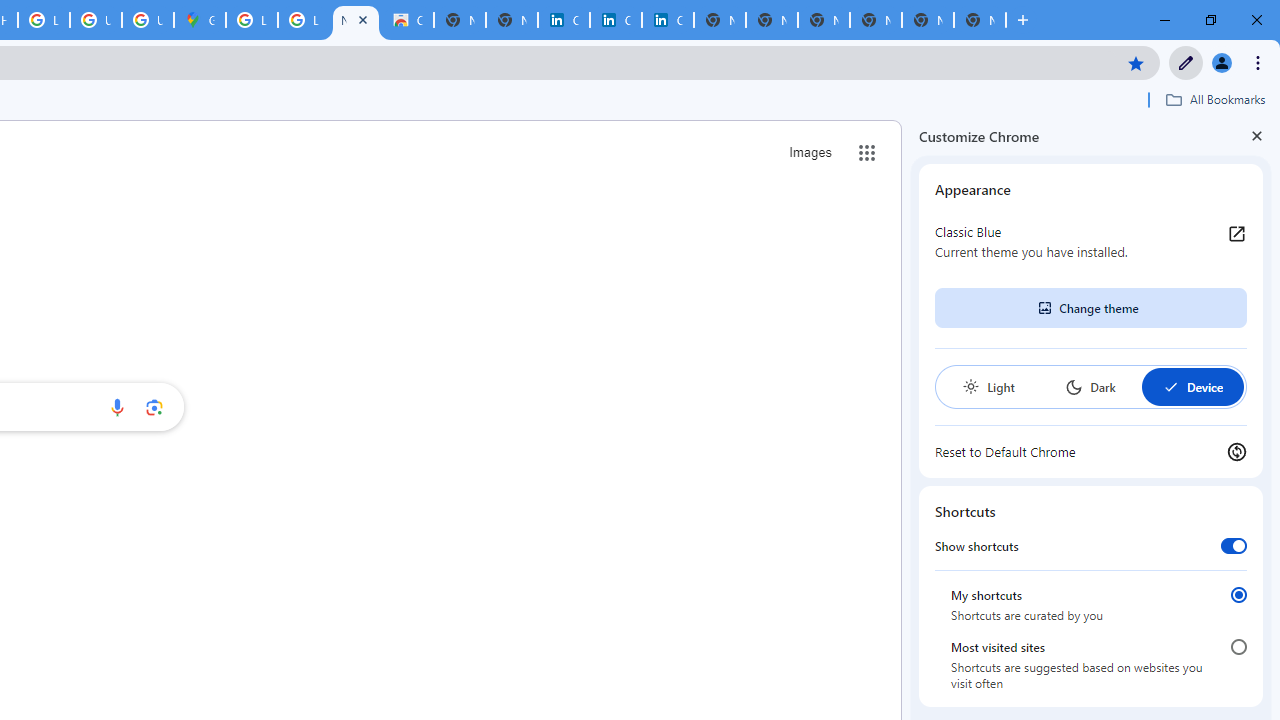 This screenshot has width=1280, height=720. Describe the element at coordinates (615, 20) in the screenshot. I see `'Cookie Policy | LinkedIn'` at that location.